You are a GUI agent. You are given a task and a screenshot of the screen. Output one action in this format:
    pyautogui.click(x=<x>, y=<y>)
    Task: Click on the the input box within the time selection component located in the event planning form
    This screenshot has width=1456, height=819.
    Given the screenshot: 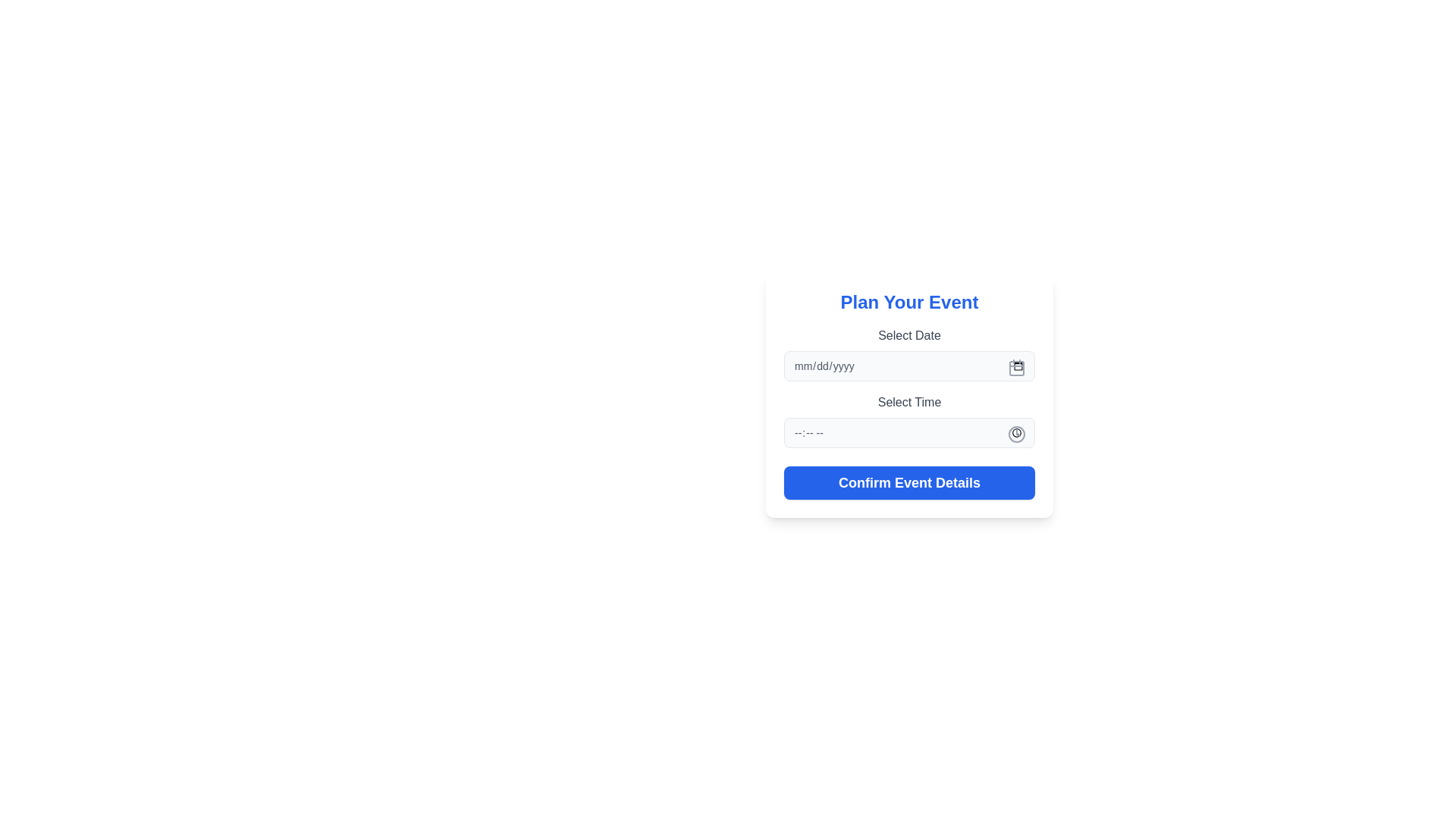 What is the action you would take?
    pyautogui.click(x=909, y=421)
    